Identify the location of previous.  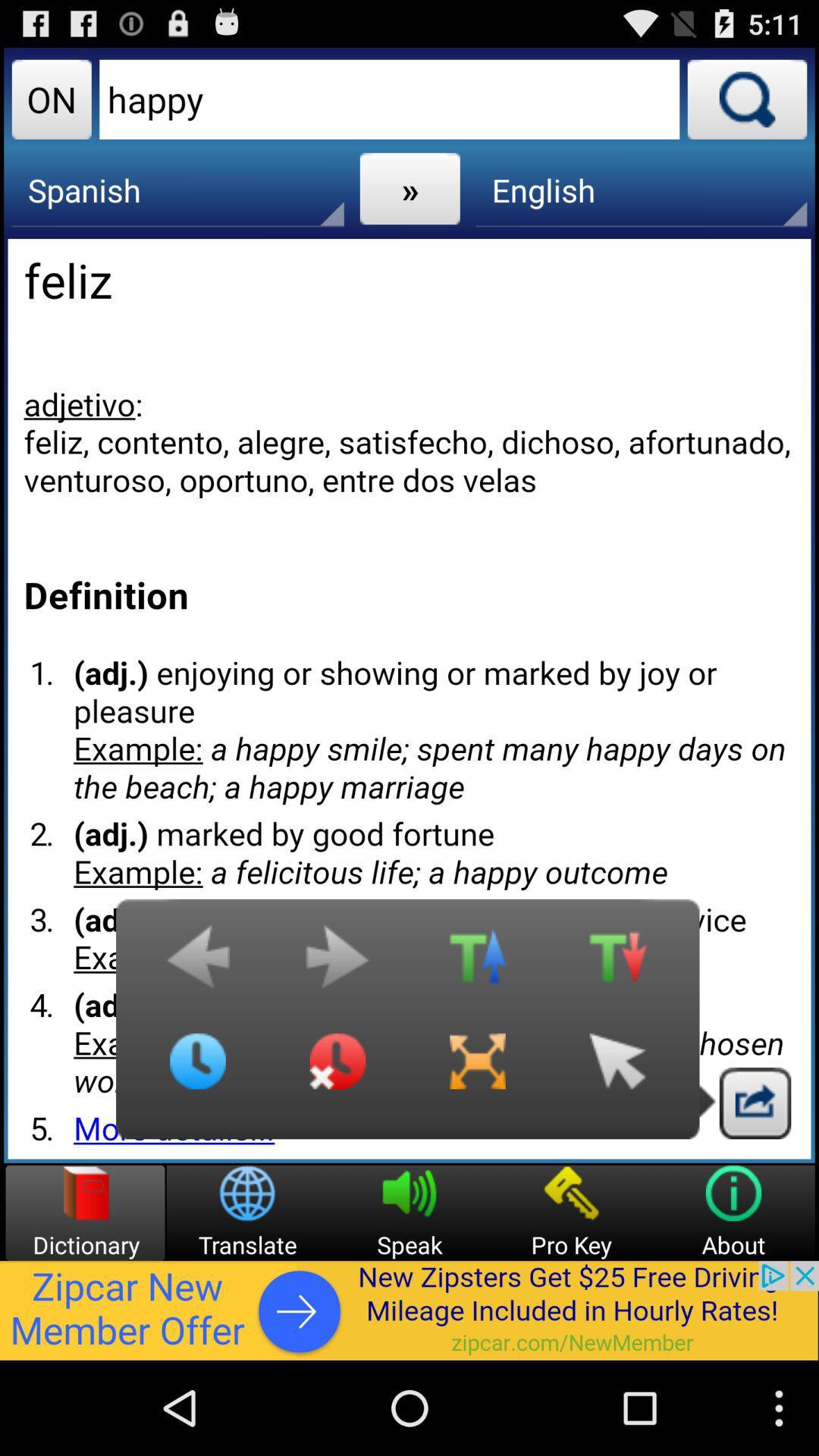
(197, 964).